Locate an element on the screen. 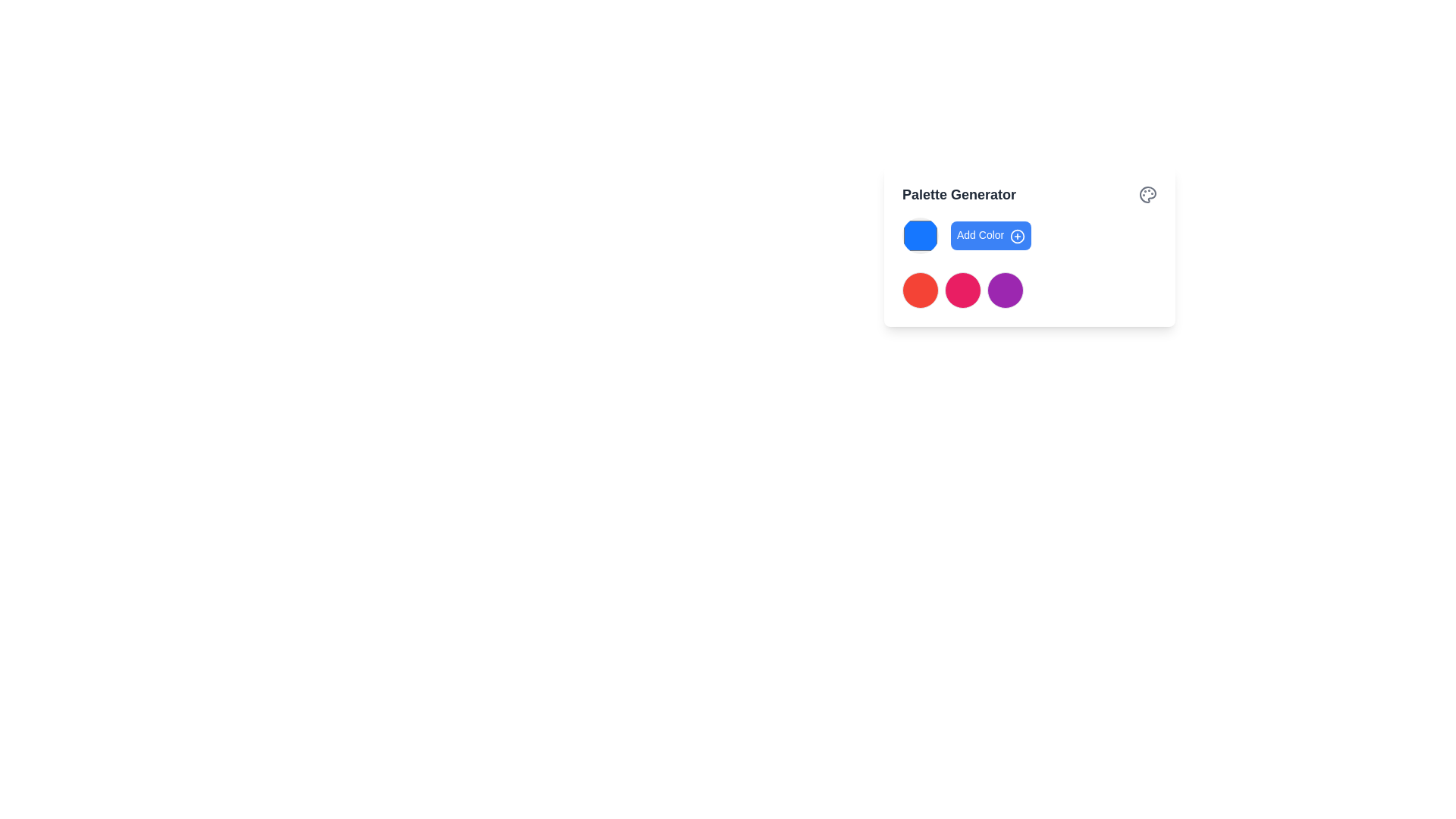 This screenshot has height=819, width=1456. the circular icon located to the right of the 'Add Color' button, which indicates the functionality of adding a new item to a palette is located at coordinates (1018, 236).